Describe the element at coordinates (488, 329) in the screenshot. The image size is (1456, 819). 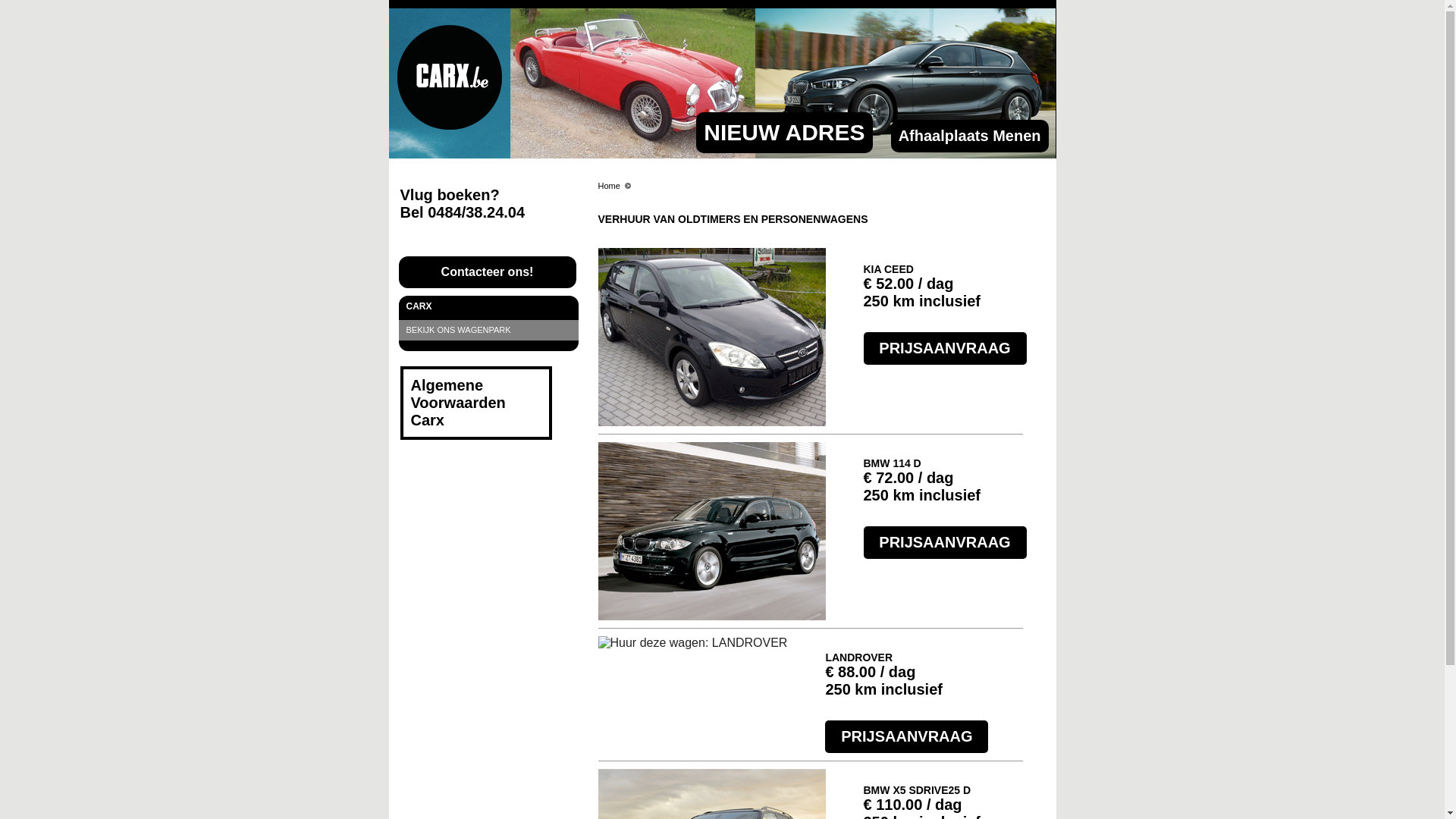
I see `'BEKIJK ONS WAGENPARK'` at that location.